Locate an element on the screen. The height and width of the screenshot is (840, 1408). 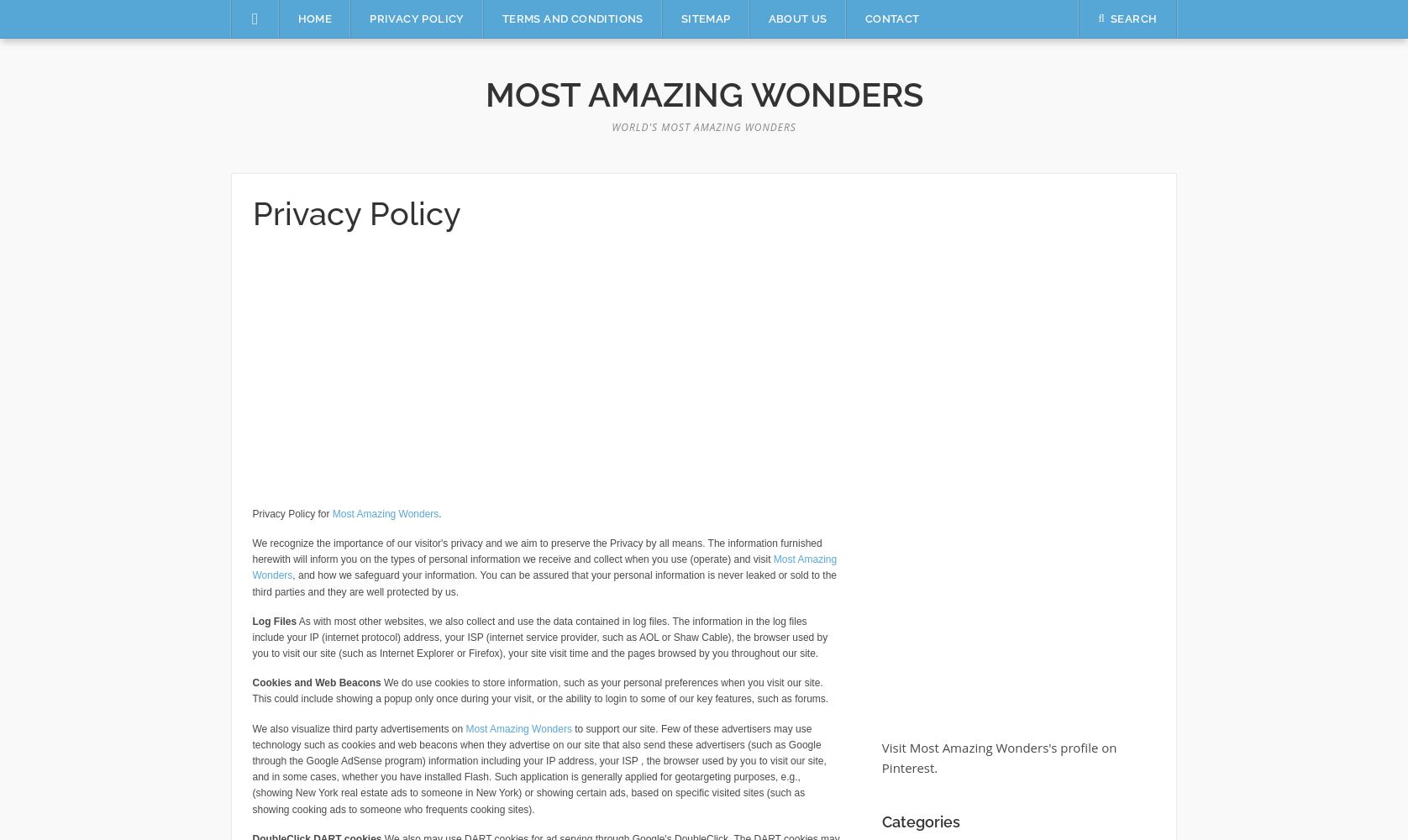
'We do use cookies to store information, such as your personal preferences when you visit our site. This could include showing a popup only once during your visit, or the ability to login to some of our key features, such as forums.' is located at coordinates (539, 690).